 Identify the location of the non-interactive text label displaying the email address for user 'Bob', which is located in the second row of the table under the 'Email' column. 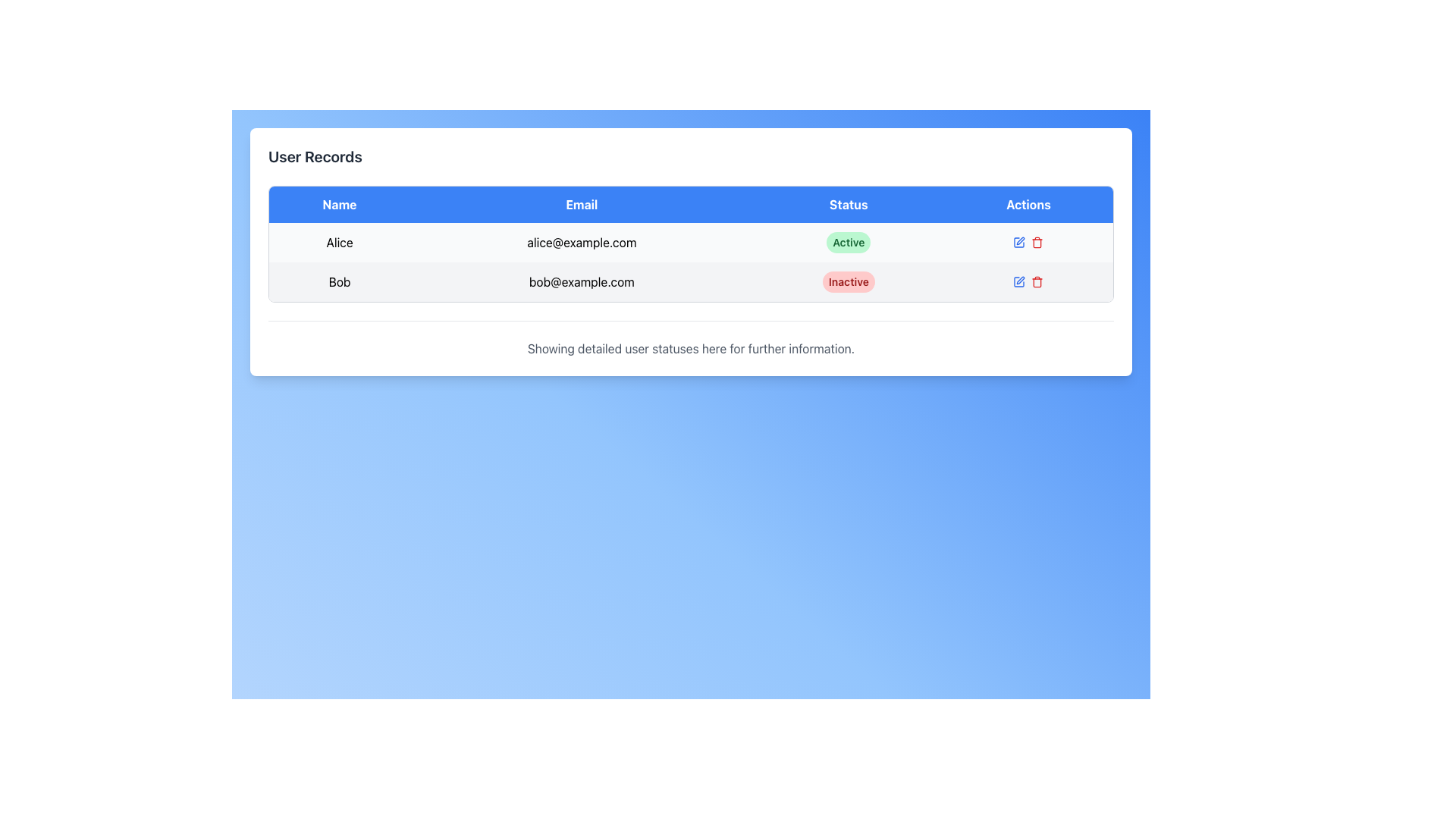
(581, 281).